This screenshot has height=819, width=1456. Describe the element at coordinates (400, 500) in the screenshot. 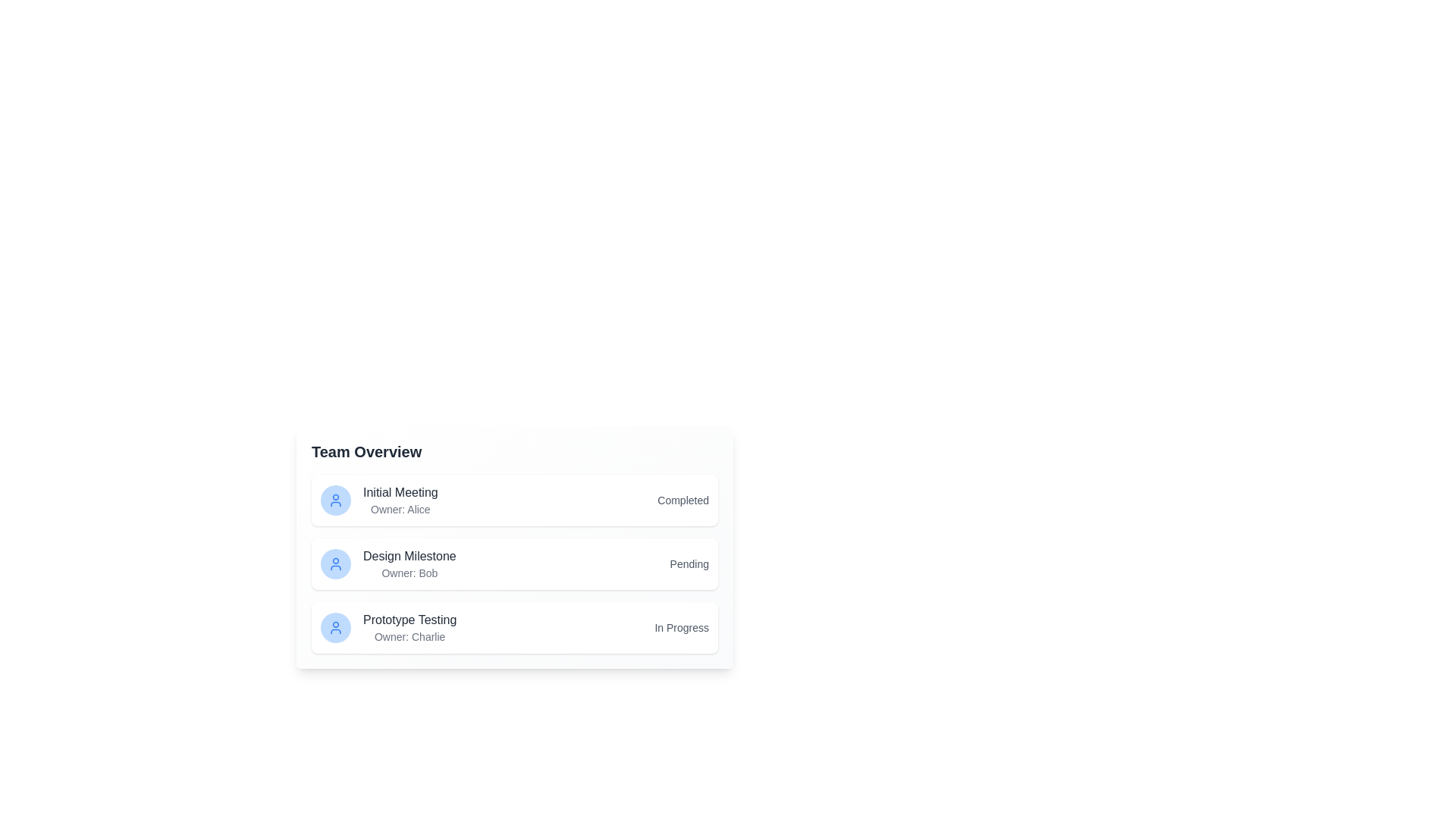

I see `the text block displaying the title 'Initial Meeting' and subtitle 'Owner: Alice', which is the first item in a vertically arranged list` at that location.